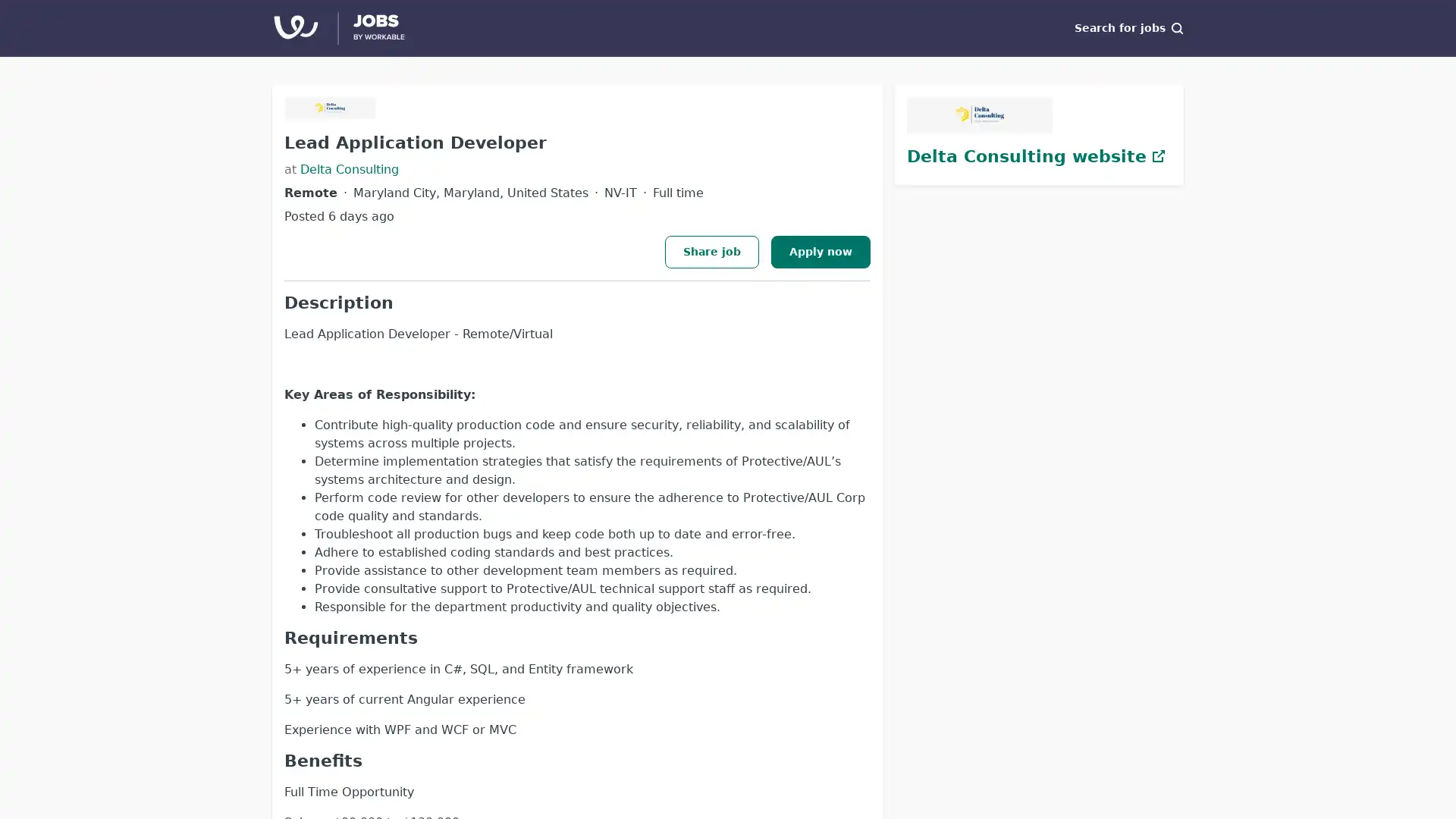 This screenshot has width=1456, height=819. Describe the element at coordinates (1128, 28) in the screenshot. I see `Search for jobs` at that location.